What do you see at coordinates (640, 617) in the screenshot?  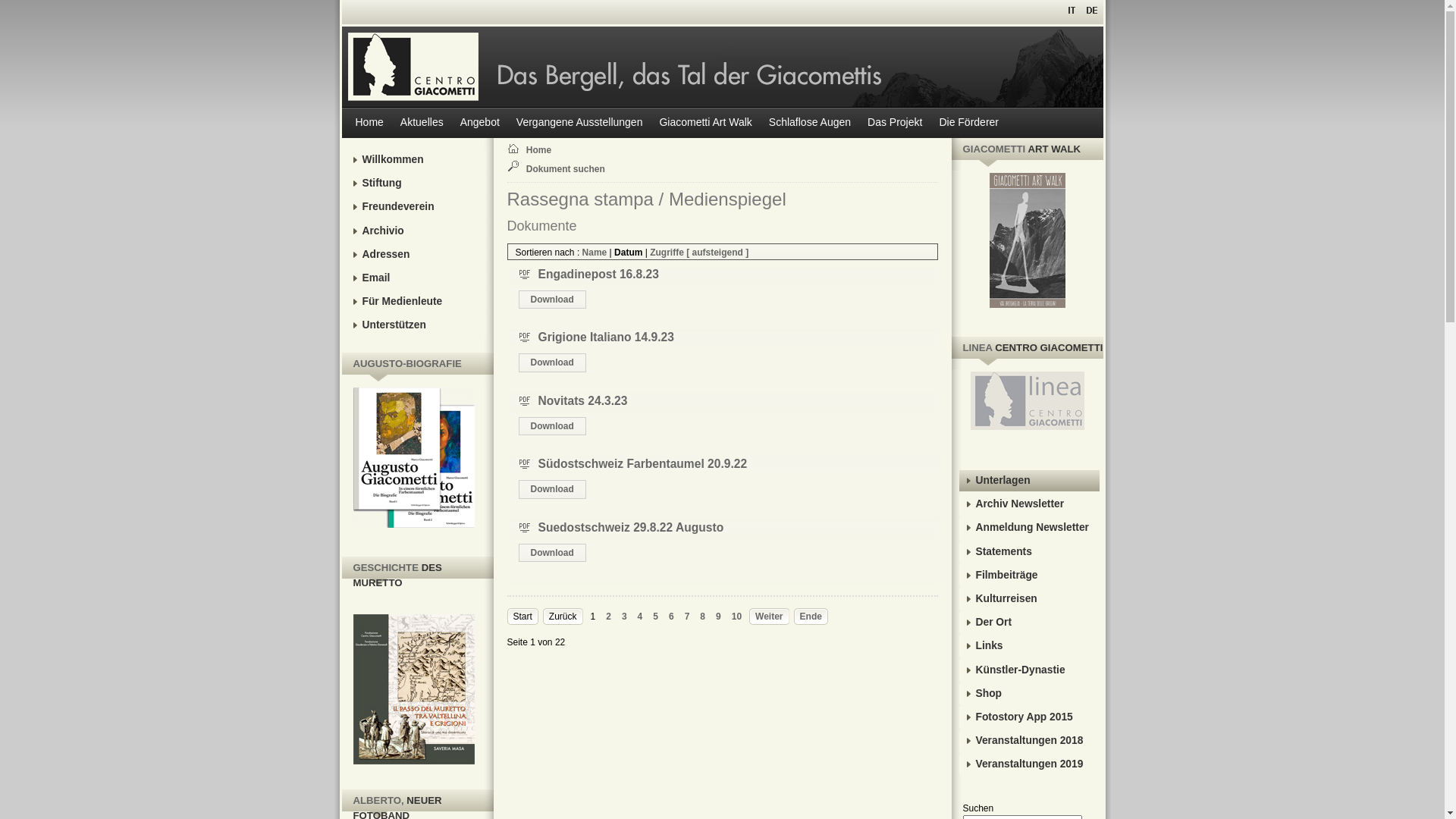 I see `'4'` at bounding box center [640, 617].